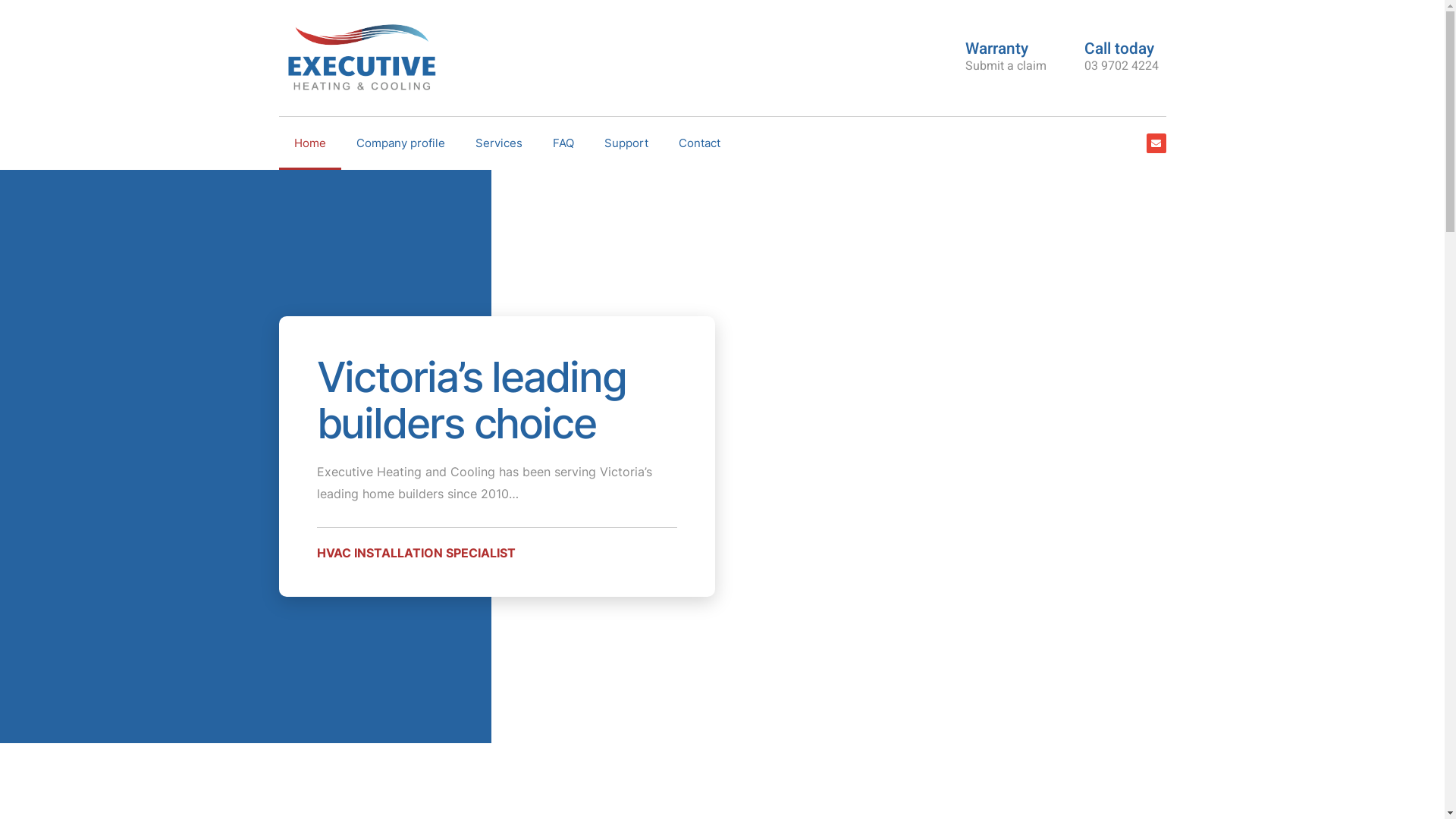 Image resolution: width=1456 pixels, height=819 pixels. What do you see at coordinates (626, 143) in the screenshot?
I see `'Support'` at bounding box center [626, 143].